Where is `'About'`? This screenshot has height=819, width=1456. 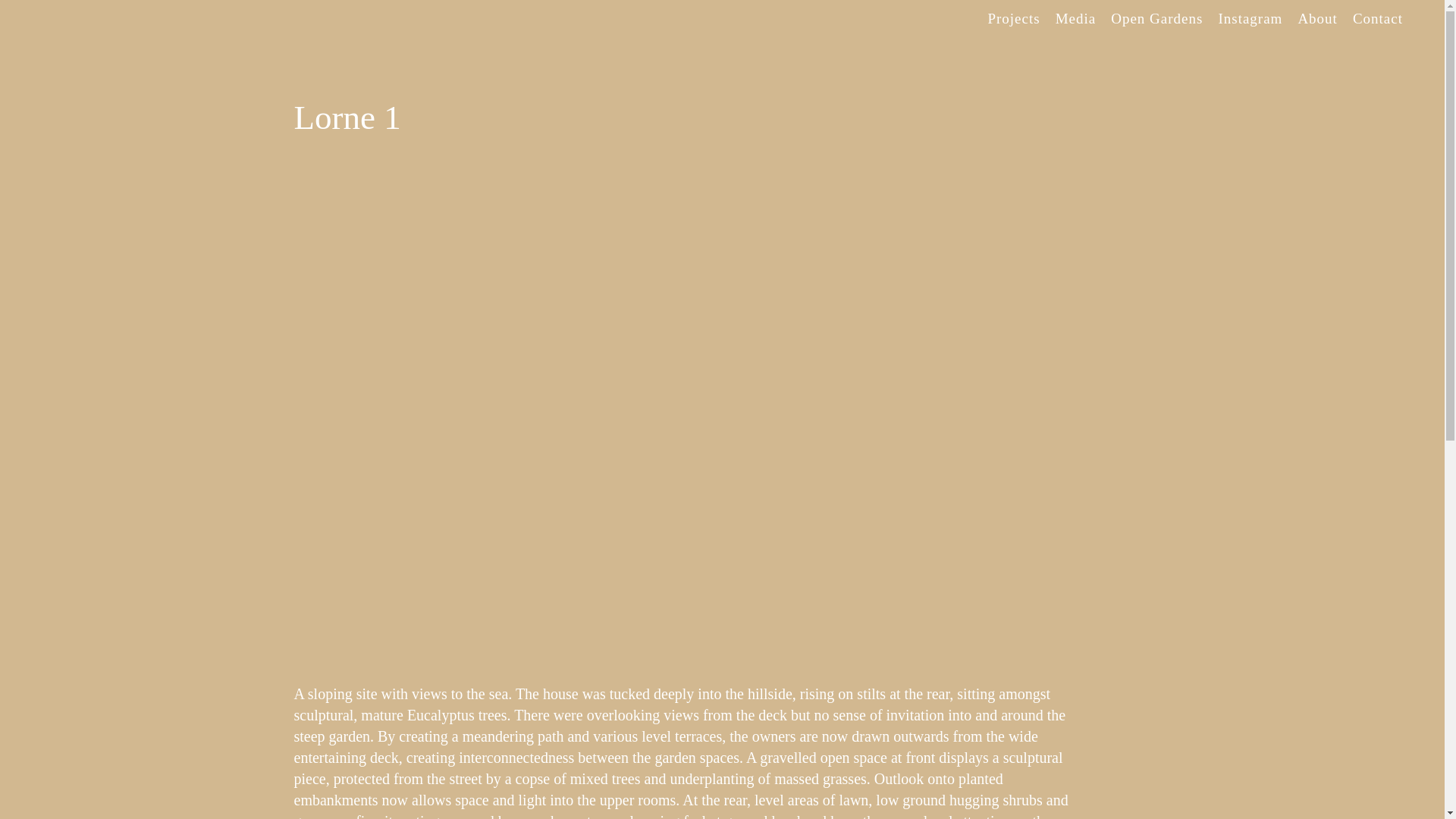
'About' is located at coordinates (1288, 18).